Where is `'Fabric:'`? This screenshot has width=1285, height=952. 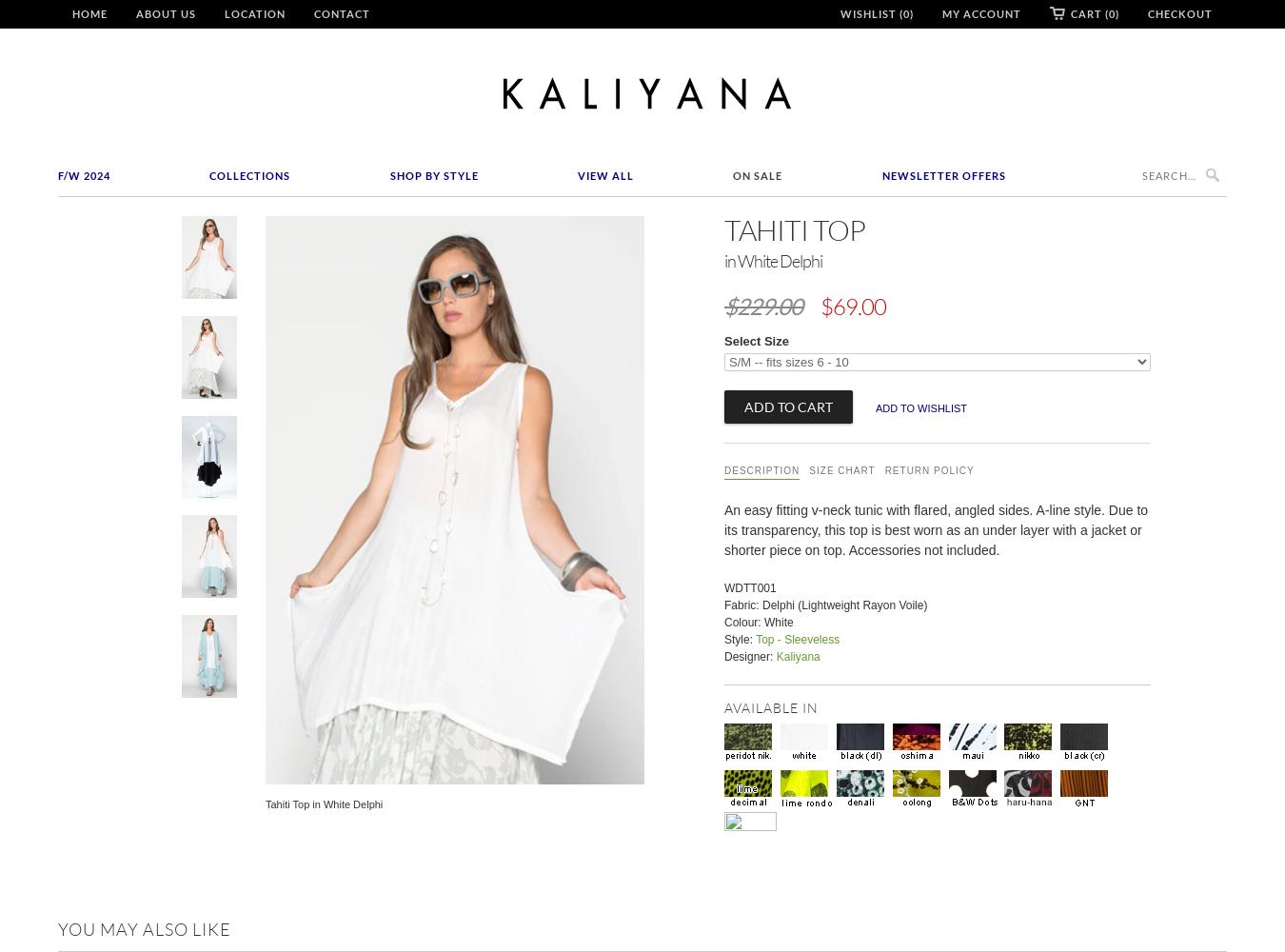 'Fabric:' is located at coordinates (741, 605).